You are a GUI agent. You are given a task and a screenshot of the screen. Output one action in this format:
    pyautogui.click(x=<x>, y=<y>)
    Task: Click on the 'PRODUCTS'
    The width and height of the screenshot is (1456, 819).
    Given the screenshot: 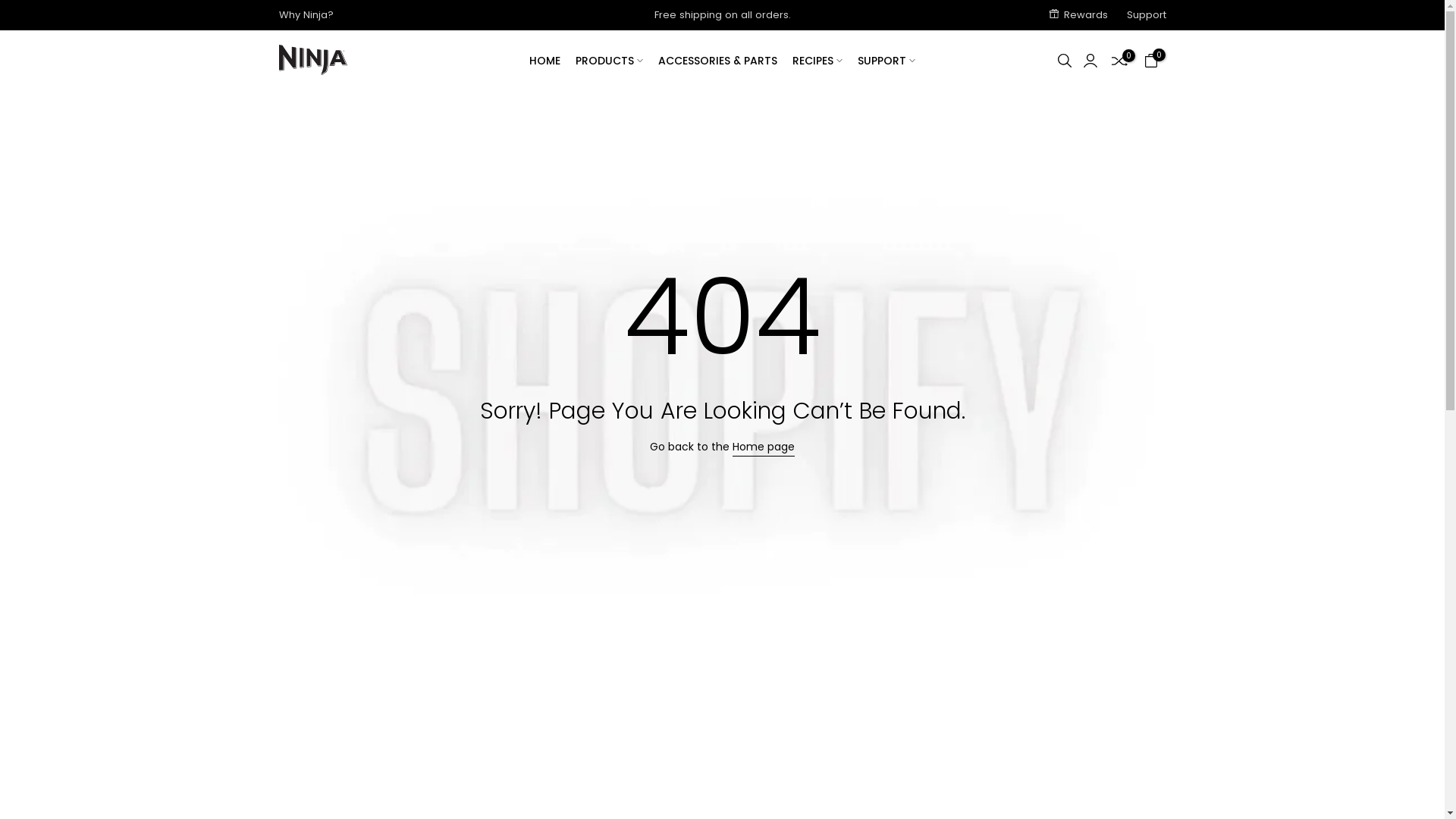 What is the action you would take?
    pyautogui.click(x=609, y=60)
    